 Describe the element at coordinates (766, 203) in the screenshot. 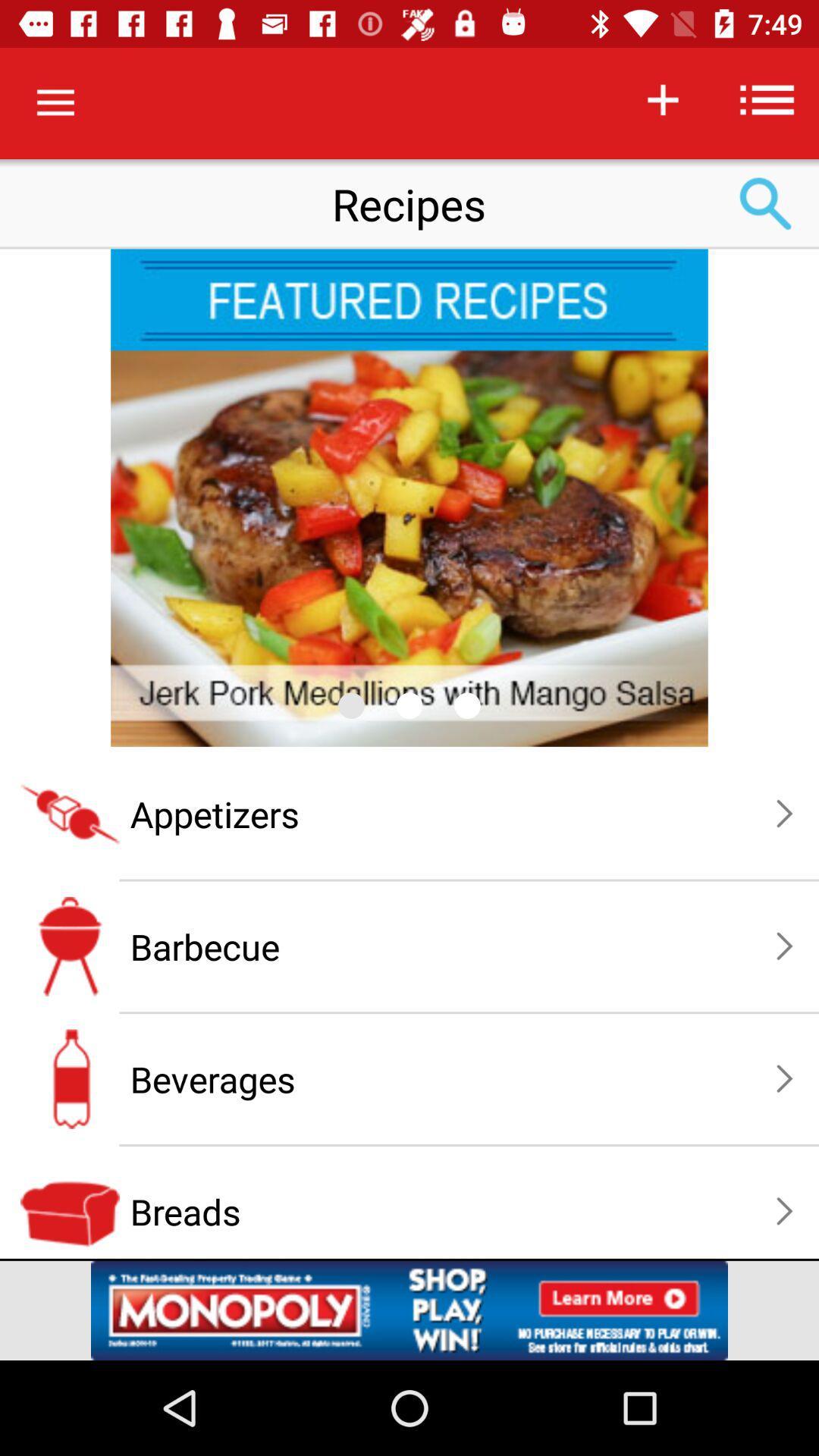

I see `the search icon` at that location.